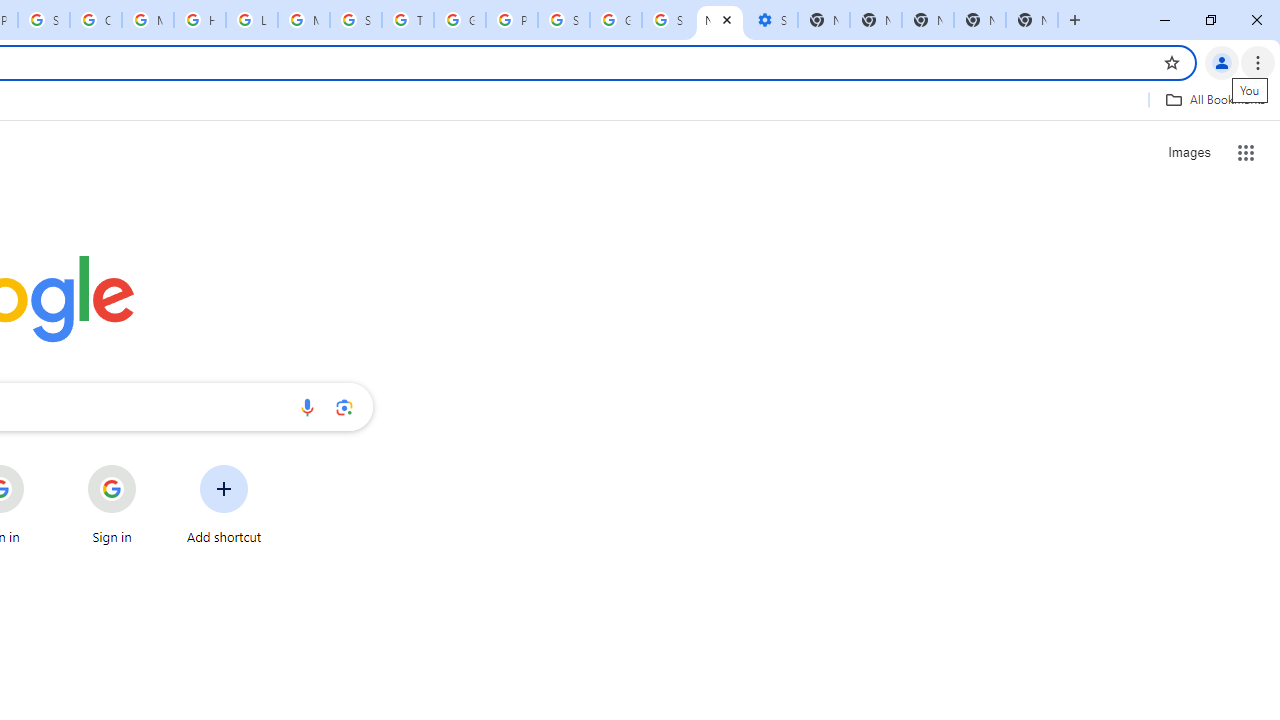 The width and height of the screenshot is (1280, 720). I want to click on 'Add shortcut', so click(224, 504).